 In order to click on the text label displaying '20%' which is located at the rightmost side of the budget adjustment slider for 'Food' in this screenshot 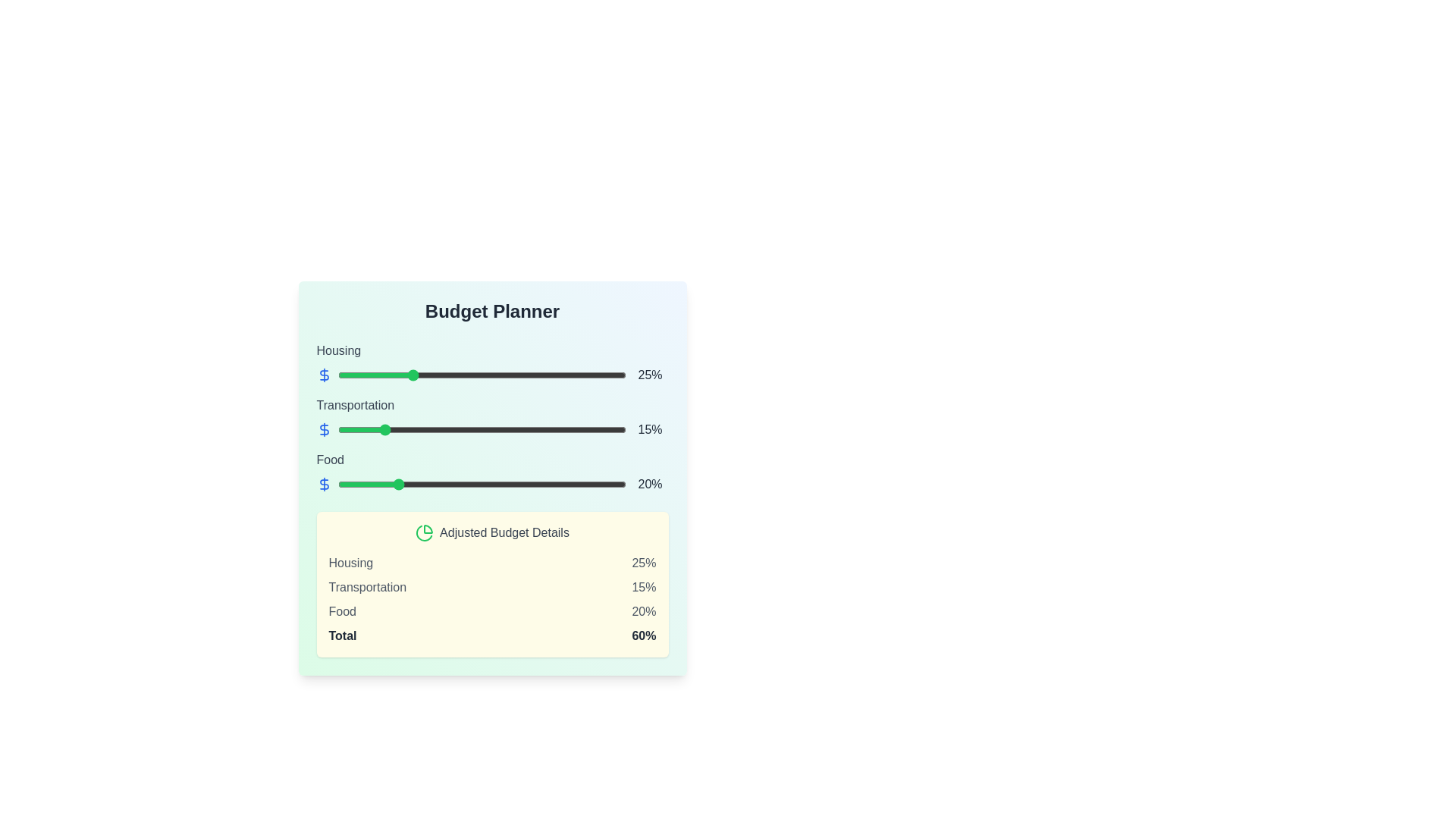, I will do `click(650, 485)`.